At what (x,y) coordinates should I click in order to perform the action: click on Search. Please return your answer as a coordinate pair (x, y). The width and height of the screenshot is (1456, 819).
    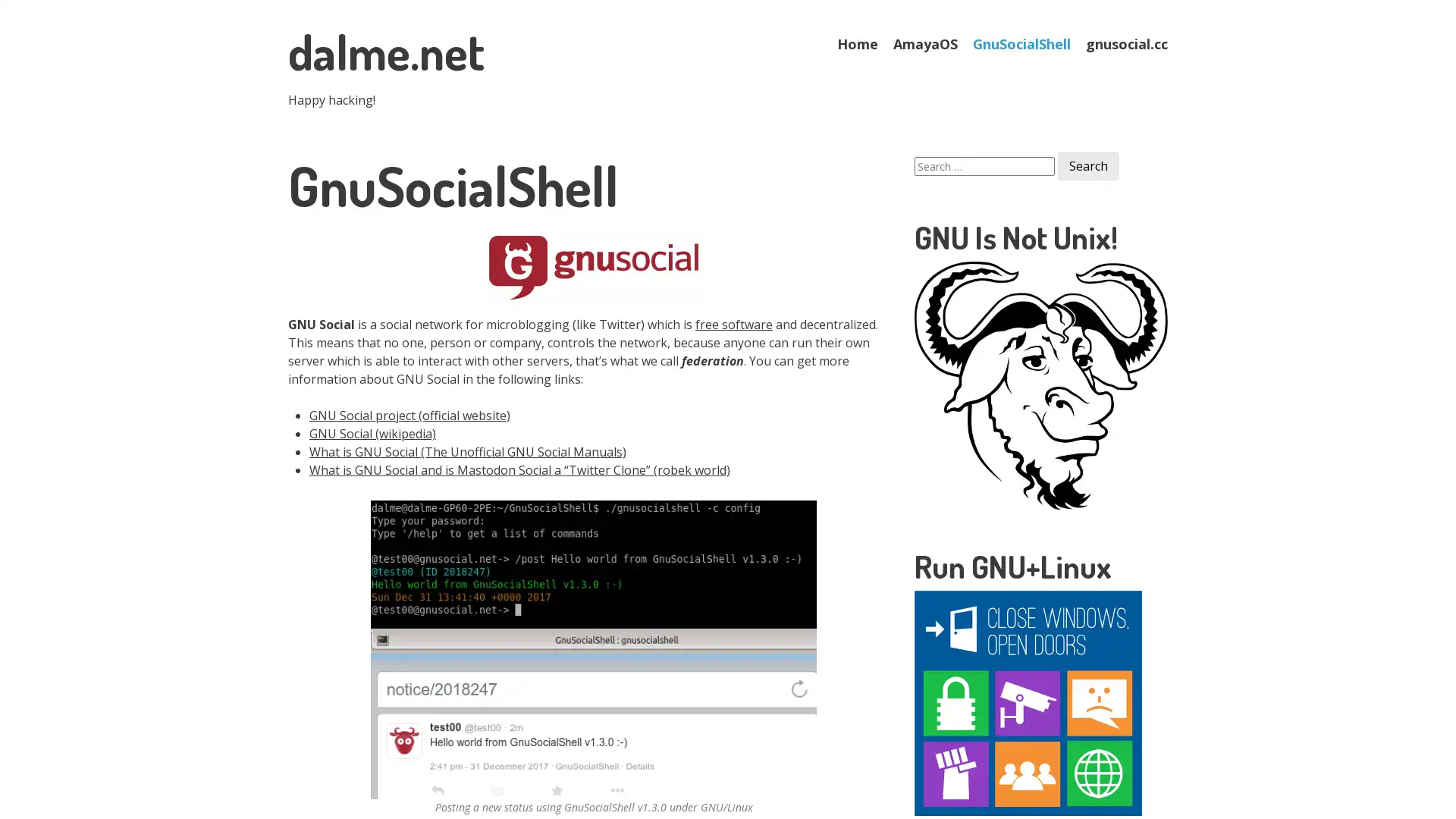
    Looking at the image, I should click on (1087, 166).